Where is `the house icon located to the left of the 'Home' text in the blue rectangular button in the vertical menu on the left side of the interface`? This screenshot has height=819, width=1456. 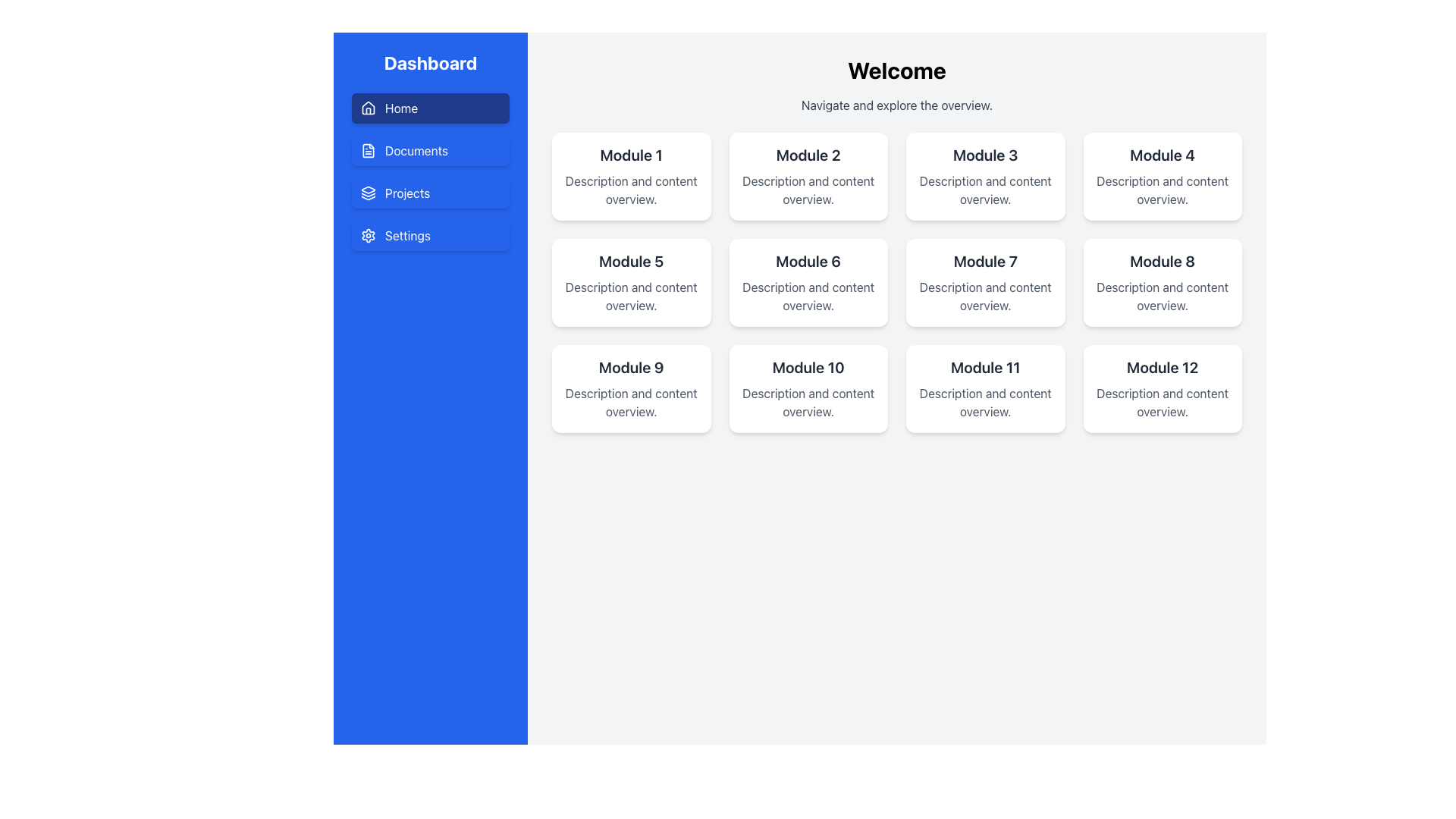 the house icon located to the left of the 'Home' text in the blue rectangular button in the vertical menu on the left side of the interface is located at coordinates (368, 107).